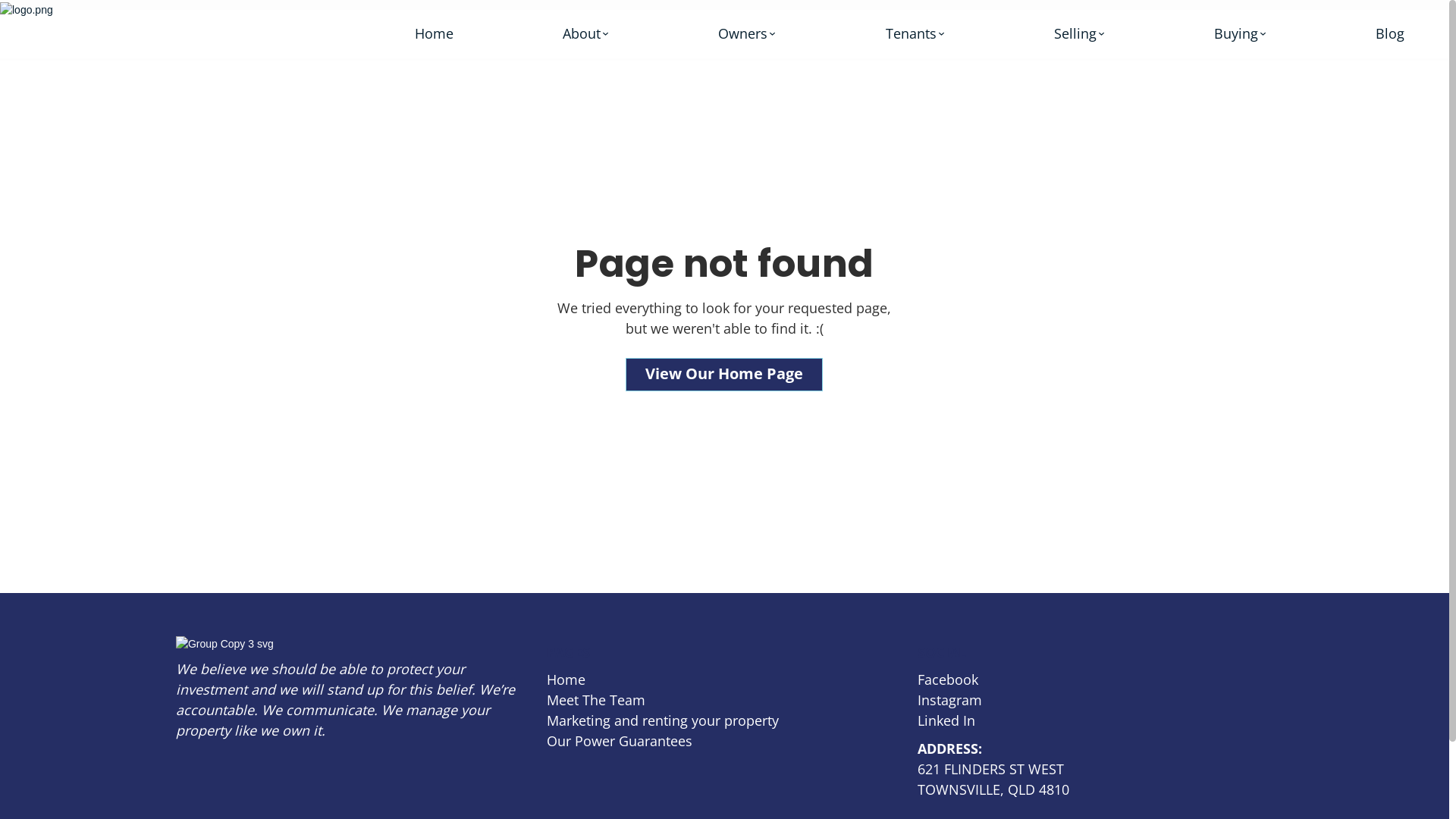  I want to click on 'Tenants', so click(885, 33).